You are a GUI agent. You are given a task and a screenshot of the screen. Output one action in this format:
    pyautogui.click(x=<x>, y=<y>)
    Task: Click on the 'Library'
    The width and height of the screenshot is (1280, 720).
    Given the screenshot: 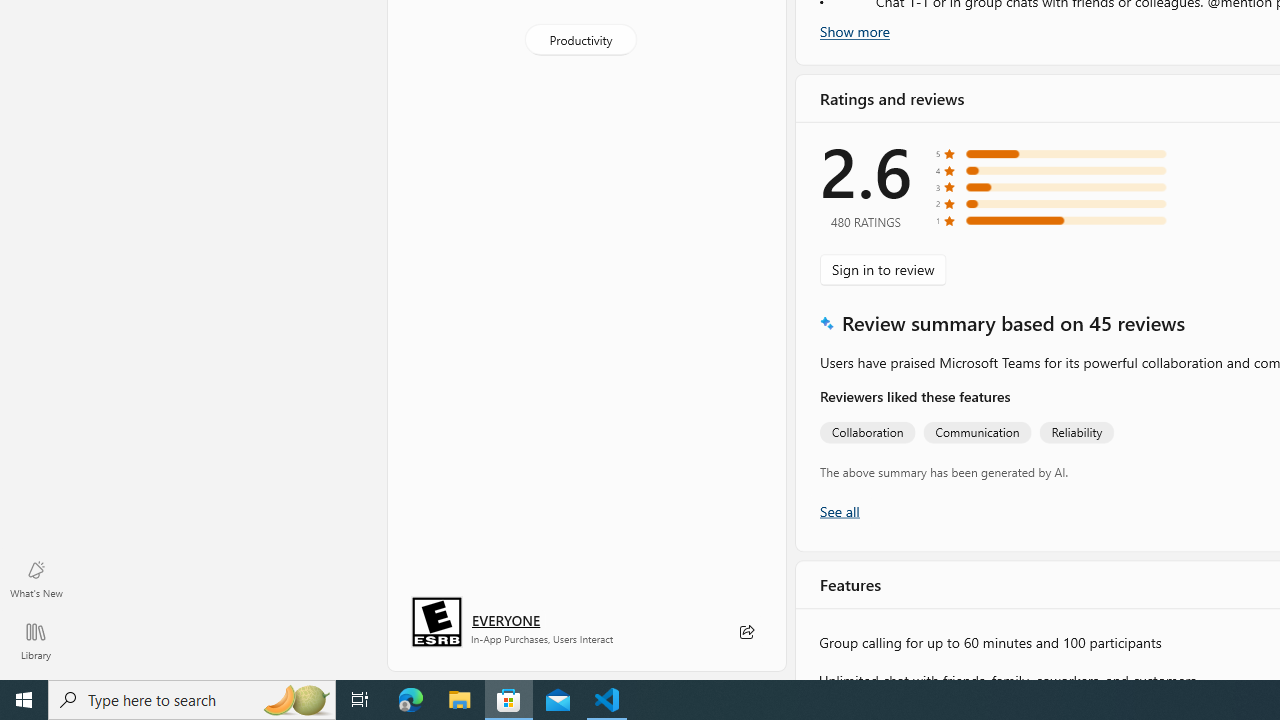 What is the action you would take?
    pyautogui.click(x=35, y=640)
    